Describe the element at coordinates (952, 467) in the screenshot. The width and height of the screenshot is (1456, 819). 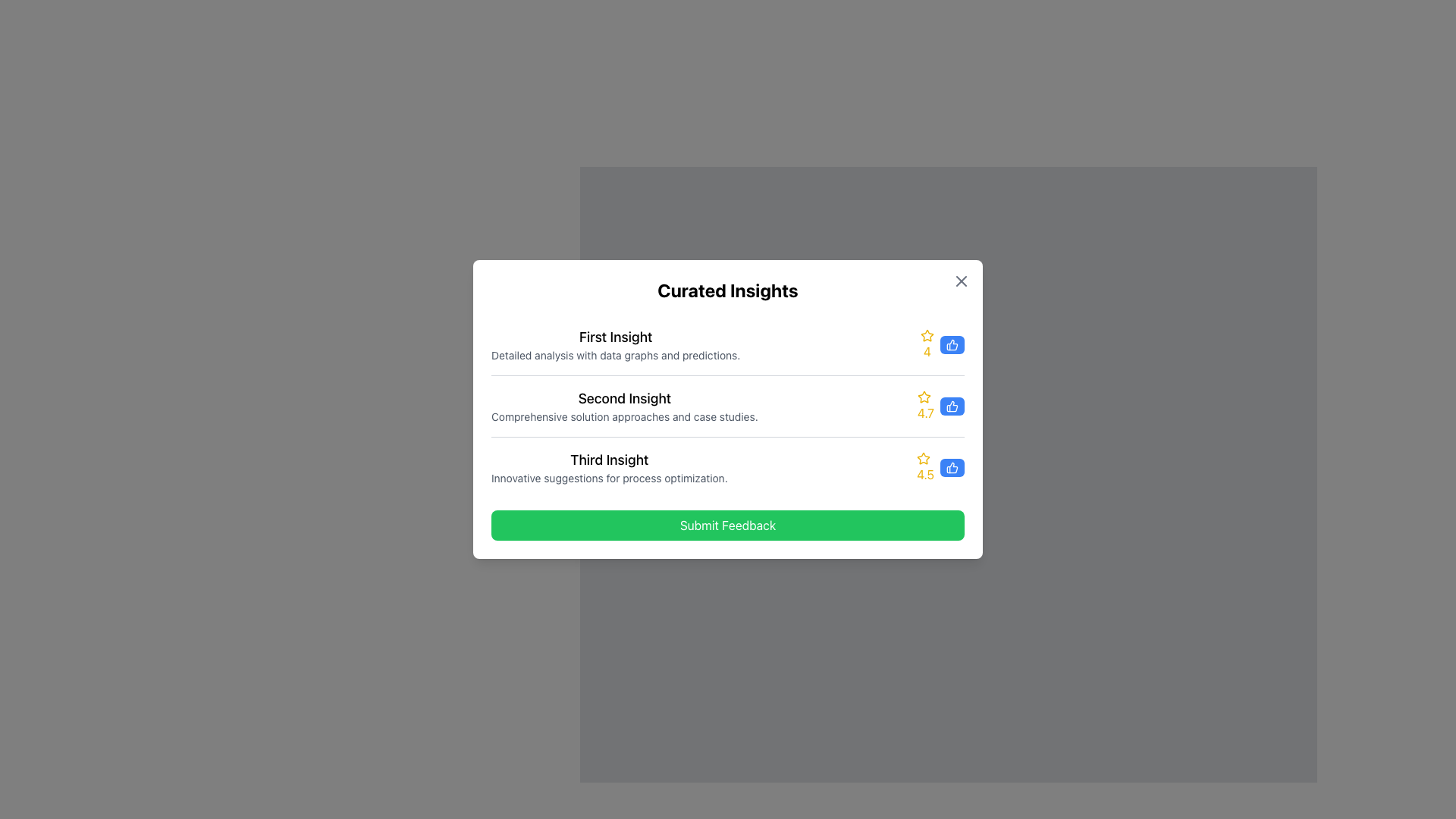
I see `the button with a blue background and white text, containing a thumbs-up icon, to register a like` at that location.